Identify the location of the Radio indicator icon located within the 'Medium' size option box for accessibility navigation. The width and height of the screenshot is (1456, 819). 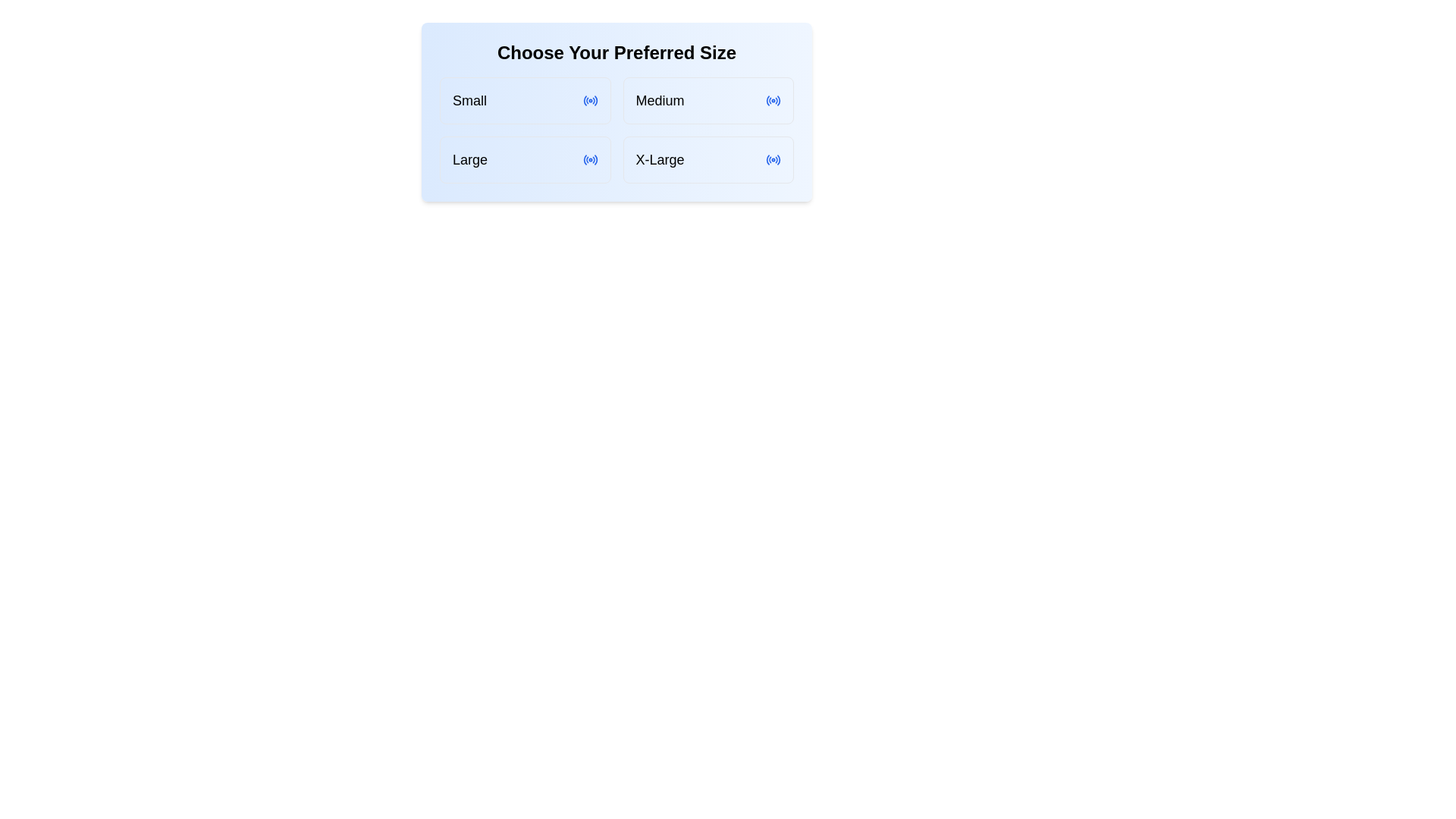
(773, 100).